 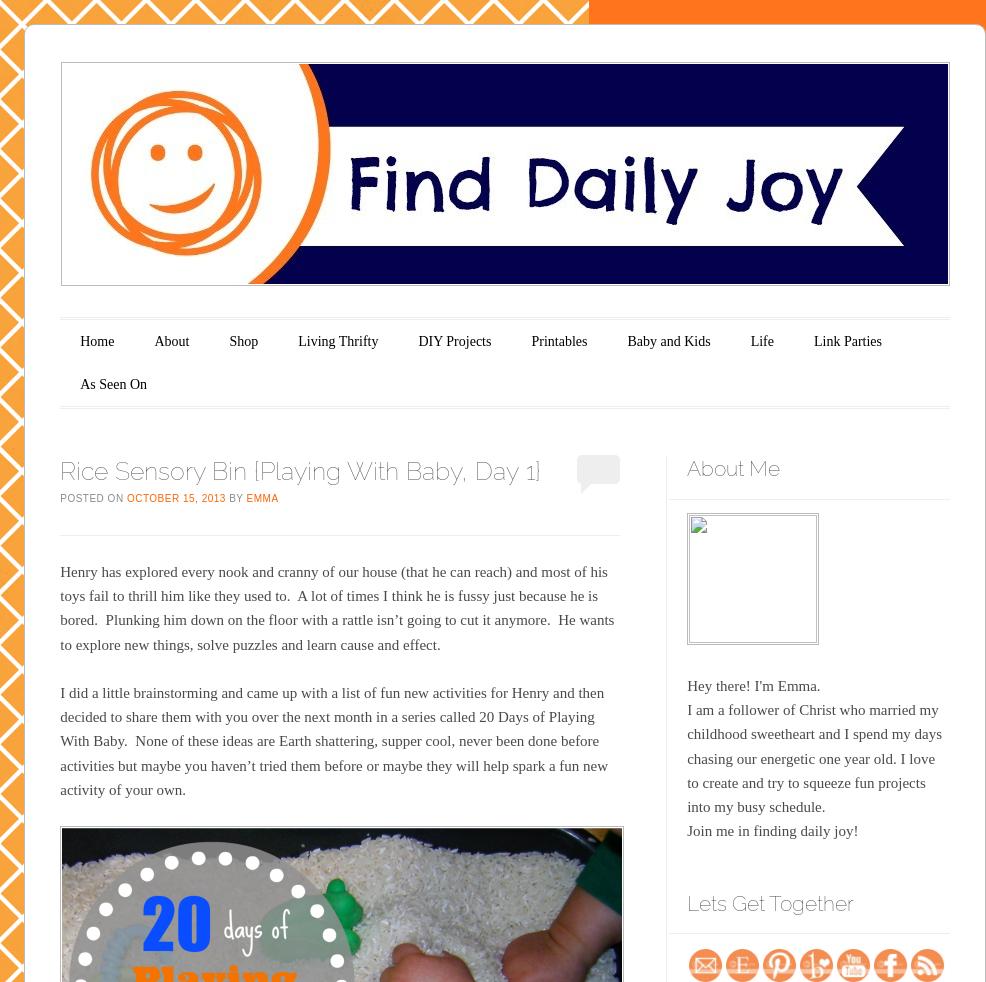 What do you see at coordinates (228, 496) in the screenshot?
I see `'by'` at bounding box center [228, 496].